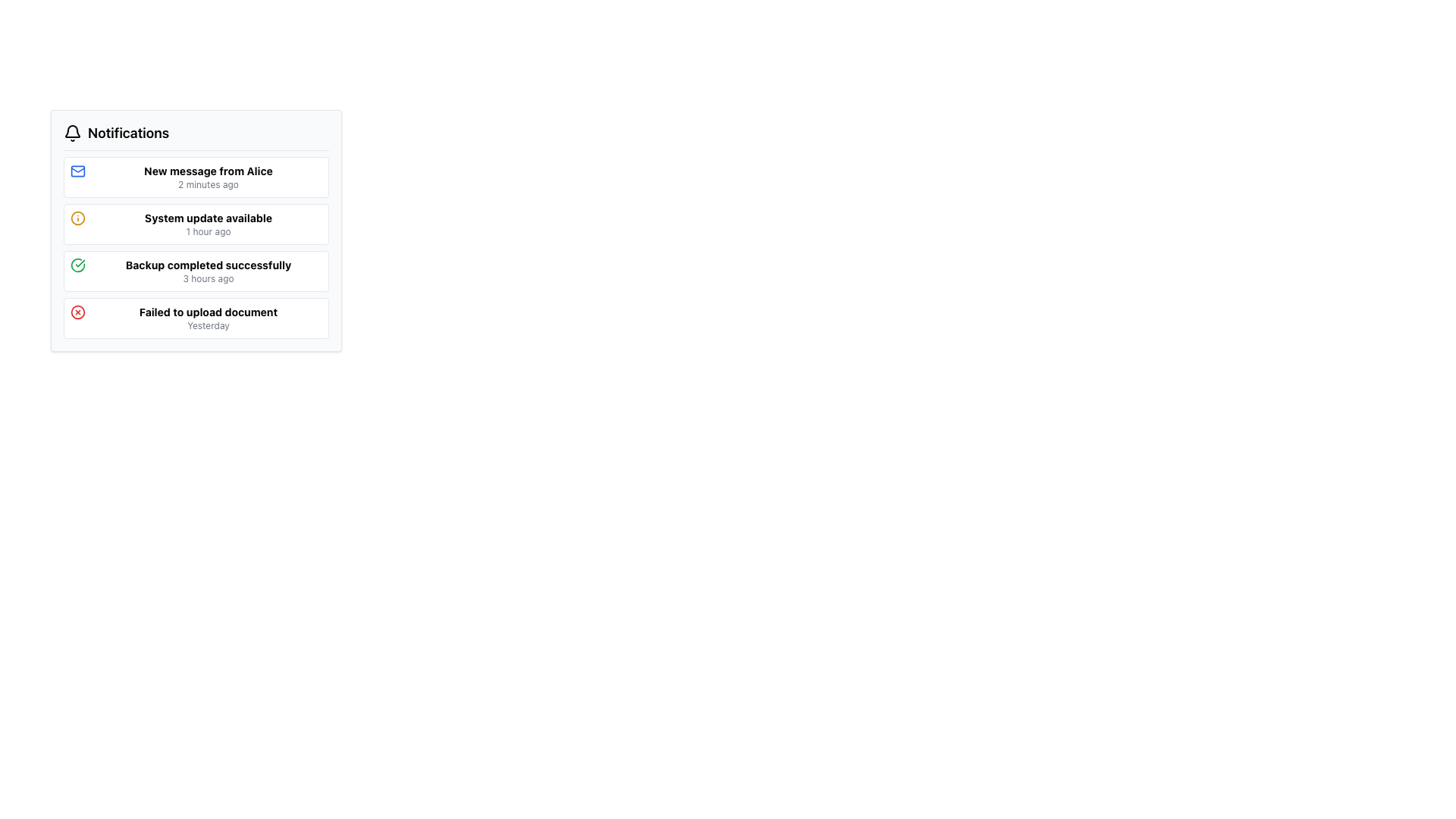 This screenshot has width=1456, height=819. What do you see at coordinates (207, 312) in the screenshot?
I see `text of the notification label displaying 'Failed to upload document', which is styled in bold and small font within the notification card` at bounding box center [207, 312].